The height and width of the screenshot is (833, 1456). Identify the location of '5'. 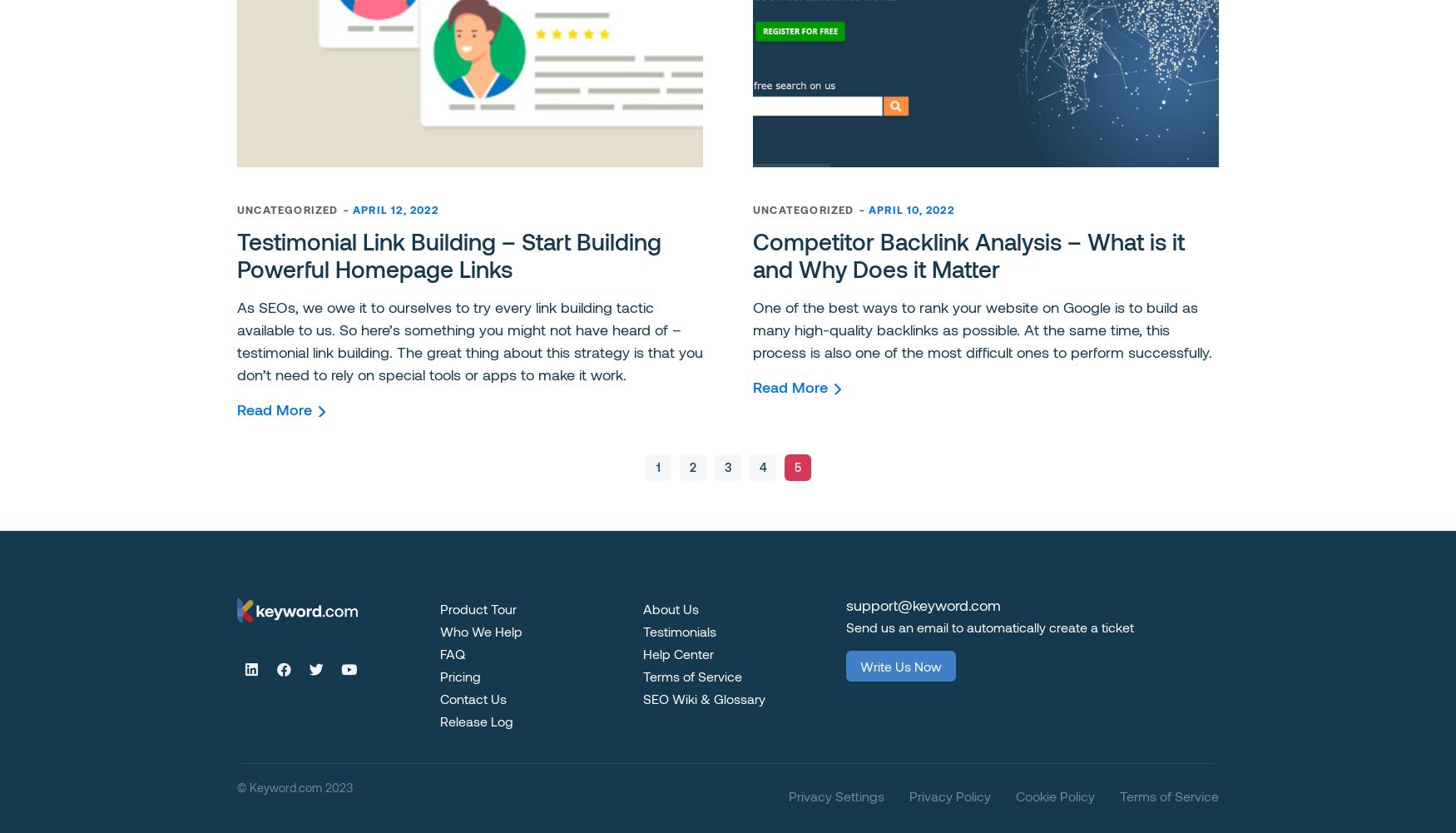
(798, 465).